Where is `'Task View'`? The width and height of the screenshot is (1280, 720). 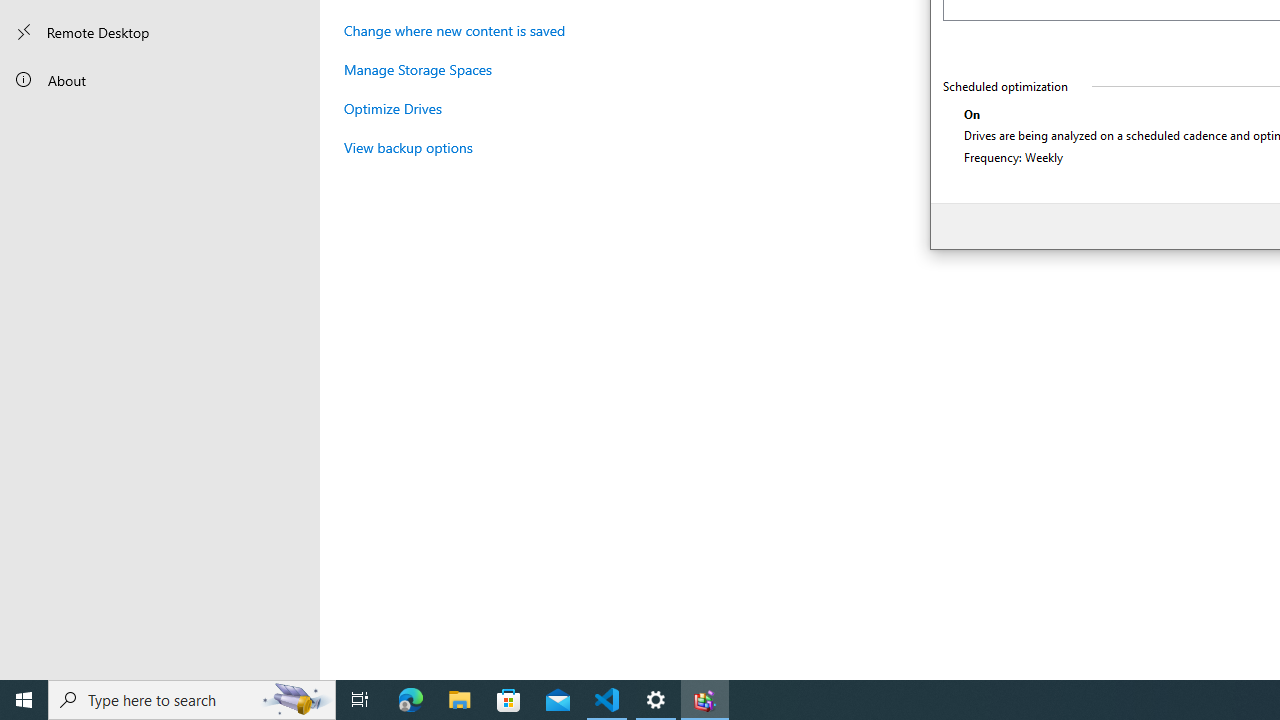 'Task View' is located at coordinates (359, 698).